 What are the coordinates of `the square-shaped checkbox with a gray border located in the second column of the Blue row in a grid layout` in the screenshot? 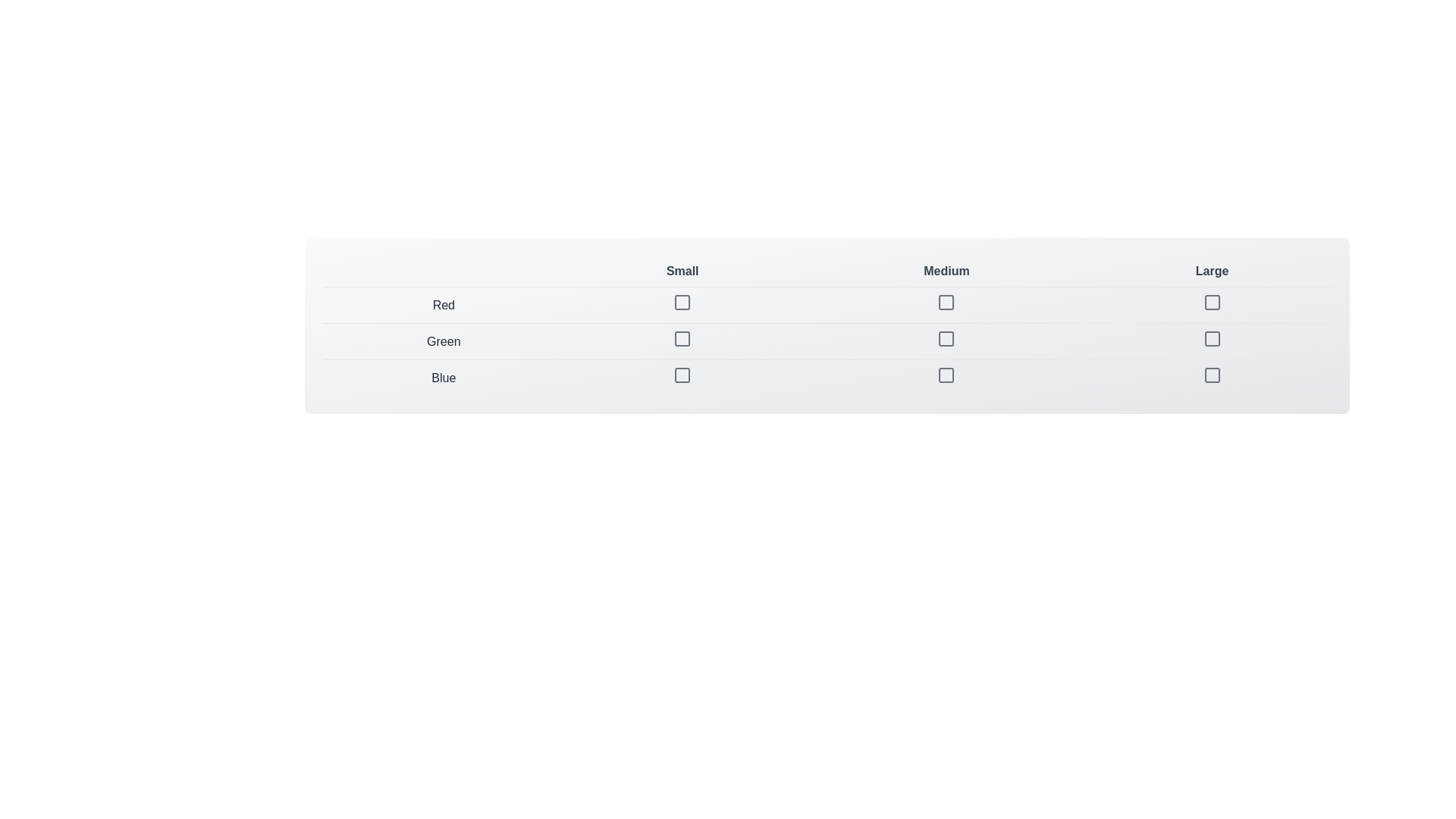 It's located at (946, 375).